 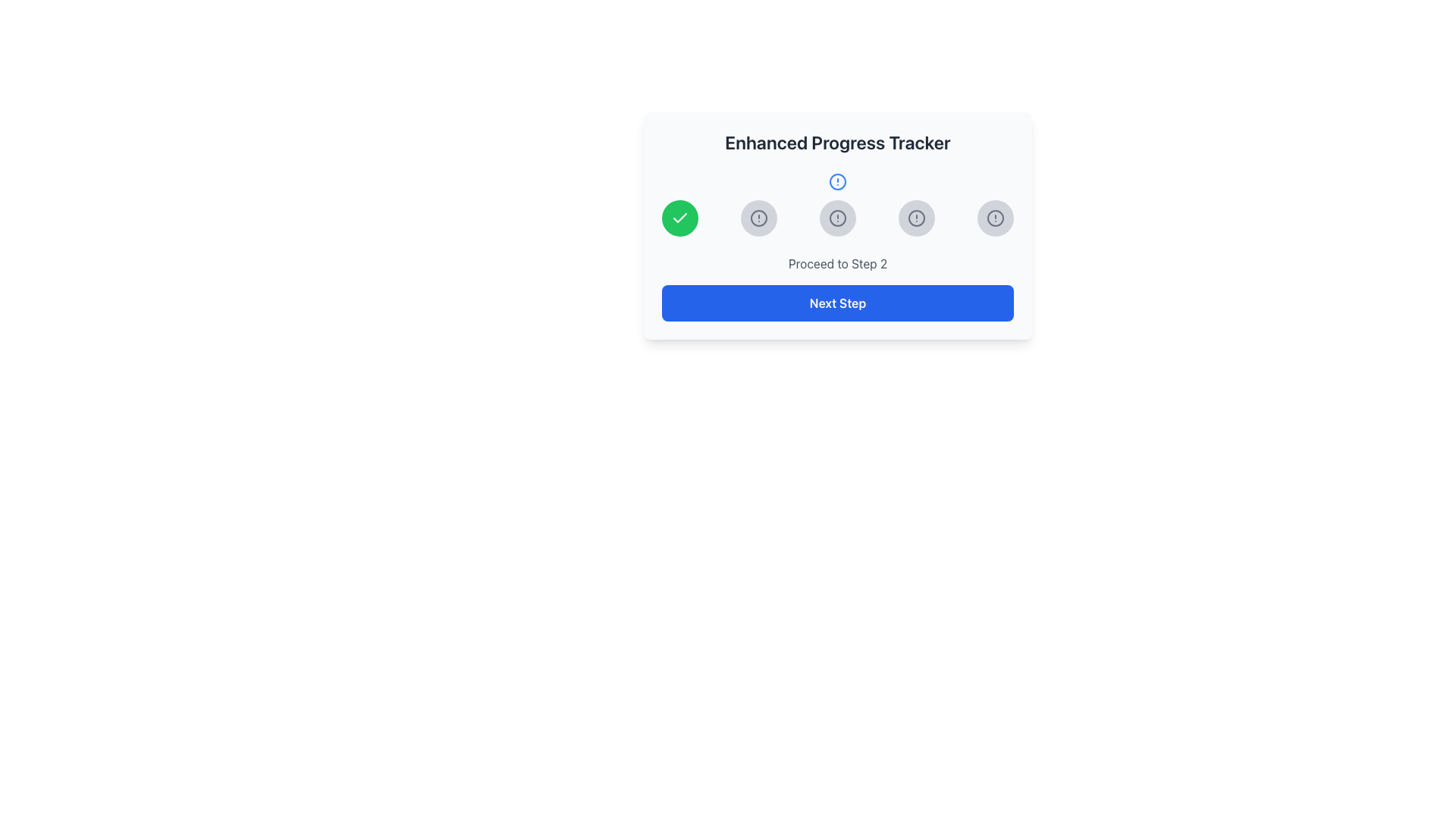 I want to click on the circular icon, which is part of an SVG graphical element, located above the 'Next Step' button, so click(x=916, y=218).